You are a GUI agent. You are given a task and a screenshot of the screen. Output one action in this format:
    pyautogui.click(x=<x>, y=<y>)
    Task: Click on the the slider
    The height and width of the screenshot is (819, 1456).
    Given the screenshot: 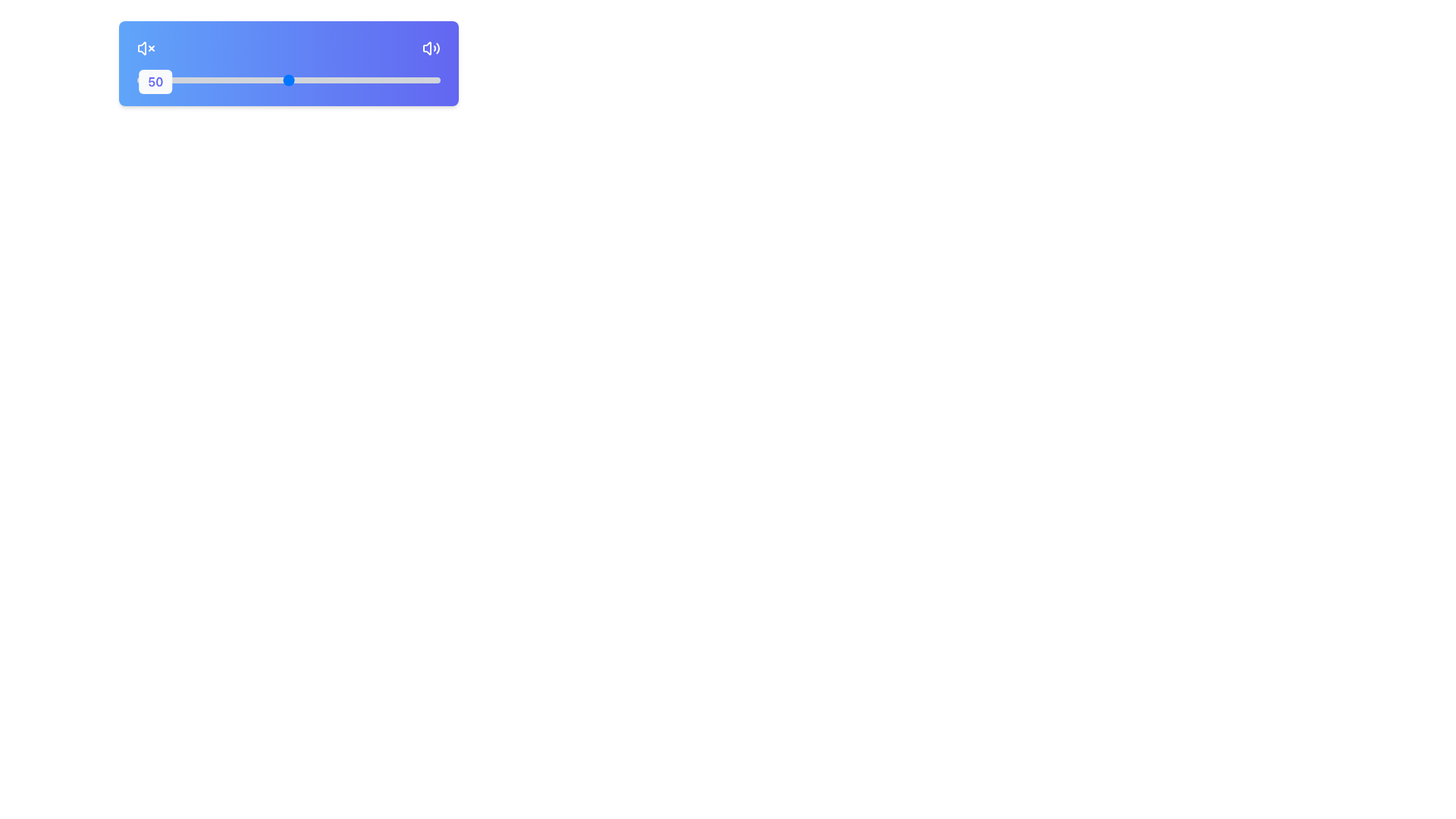 What is the action you would take?
    pyautogui.click(x=236, y=80)
    